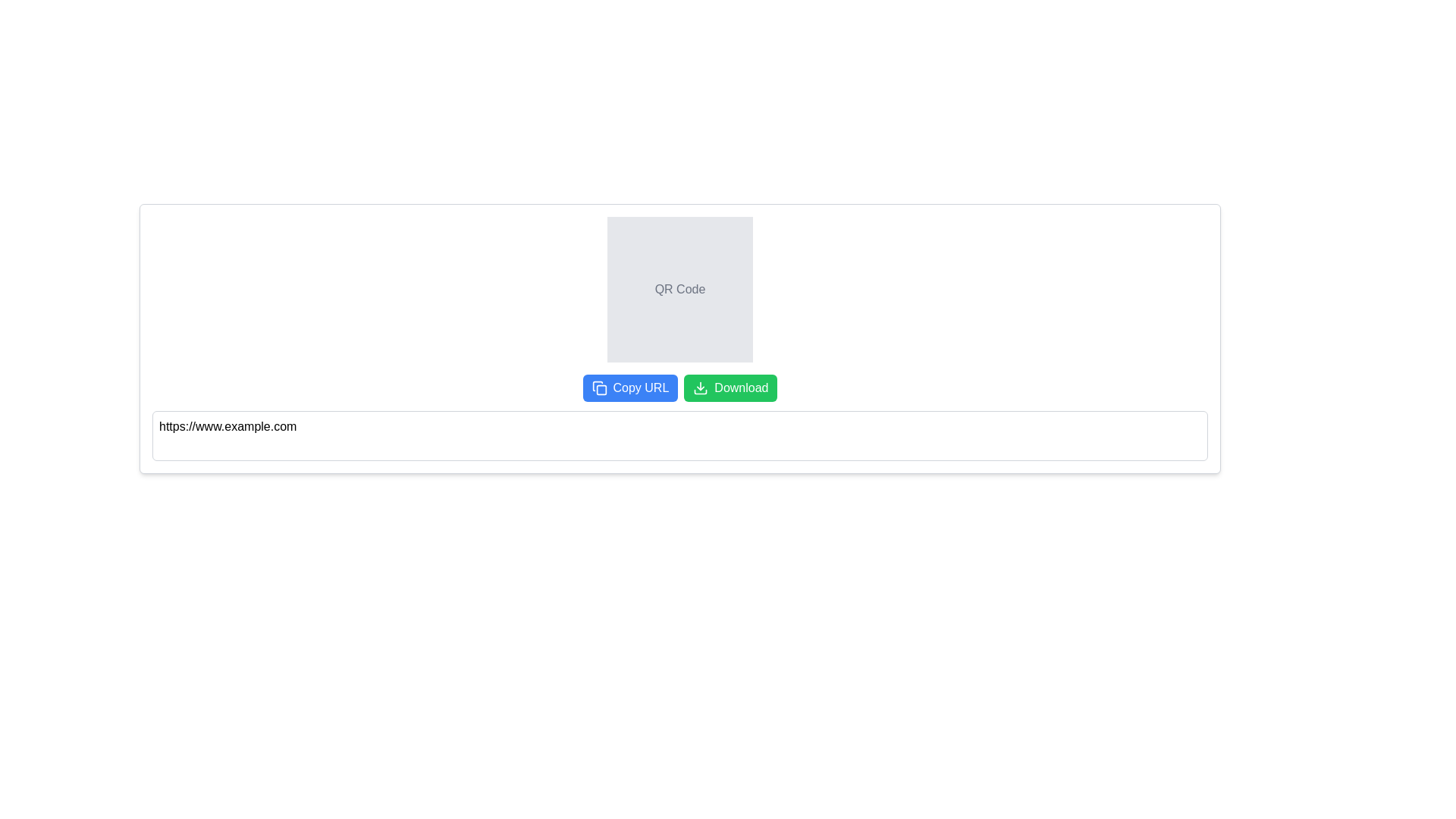 The image size is (1456, 819). What do you see at coordinates (700, 388) in the screenshot?
I see `the green 'Download' button that contains the downward-pointing arrow icon, which is located at the bottom-right part of the interface` at bounding box center [700, 388].